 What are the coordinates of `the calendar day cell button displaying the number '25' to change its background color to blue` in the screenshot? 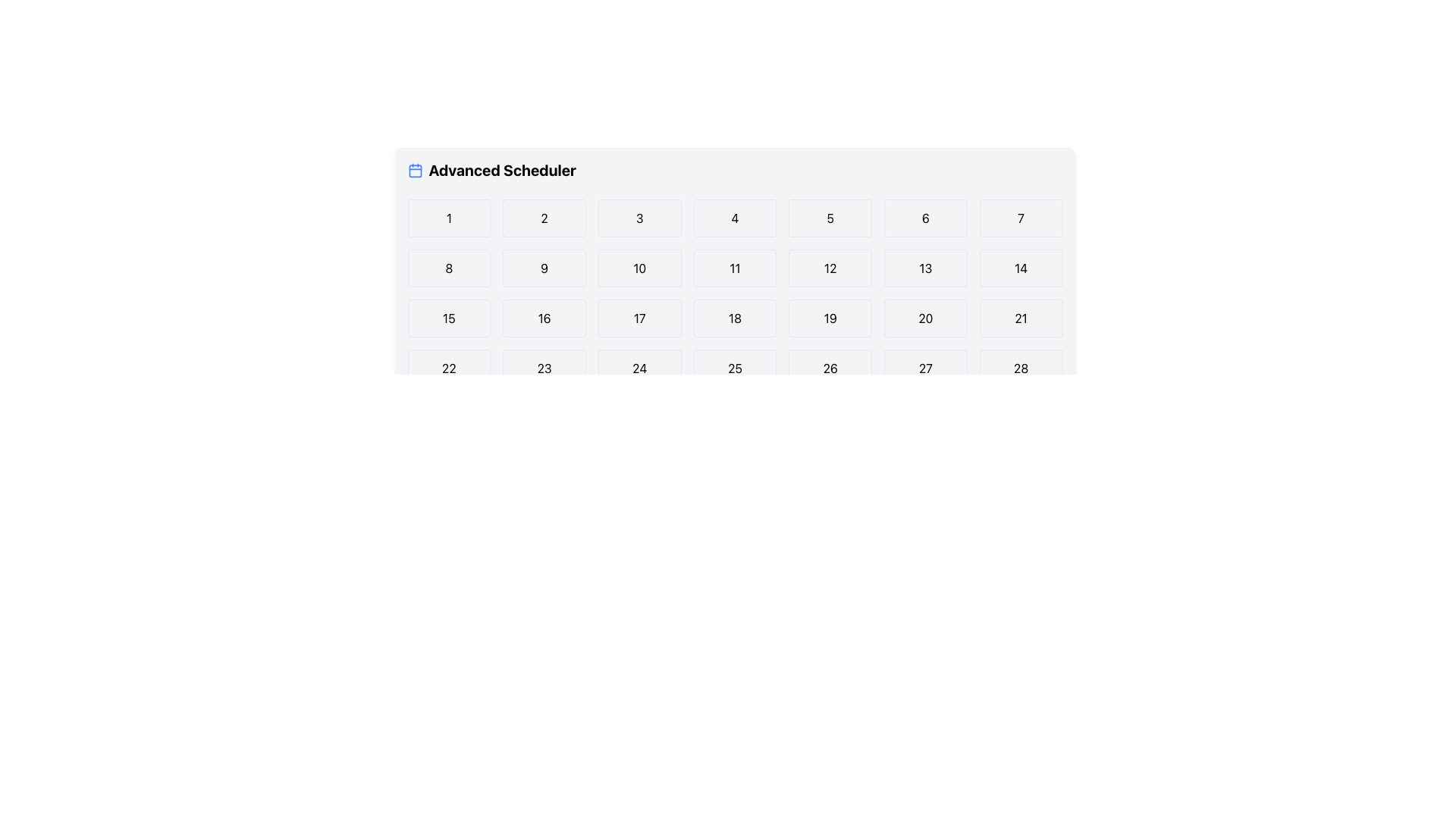 It's located at (735, 369).